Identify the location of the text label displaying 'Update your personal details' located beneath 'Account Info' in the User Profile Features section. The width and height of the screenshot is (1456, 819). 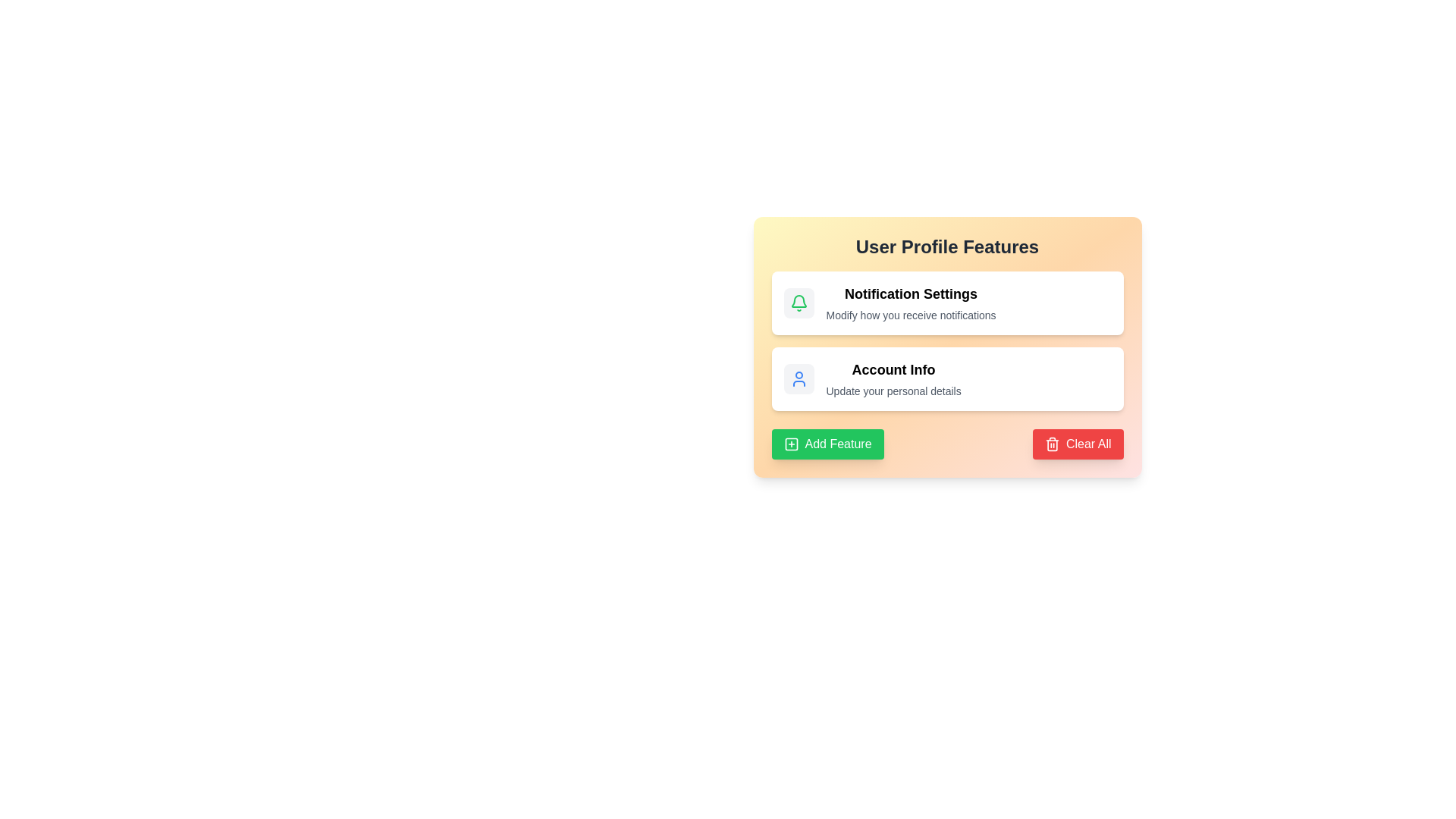
(893, 391).